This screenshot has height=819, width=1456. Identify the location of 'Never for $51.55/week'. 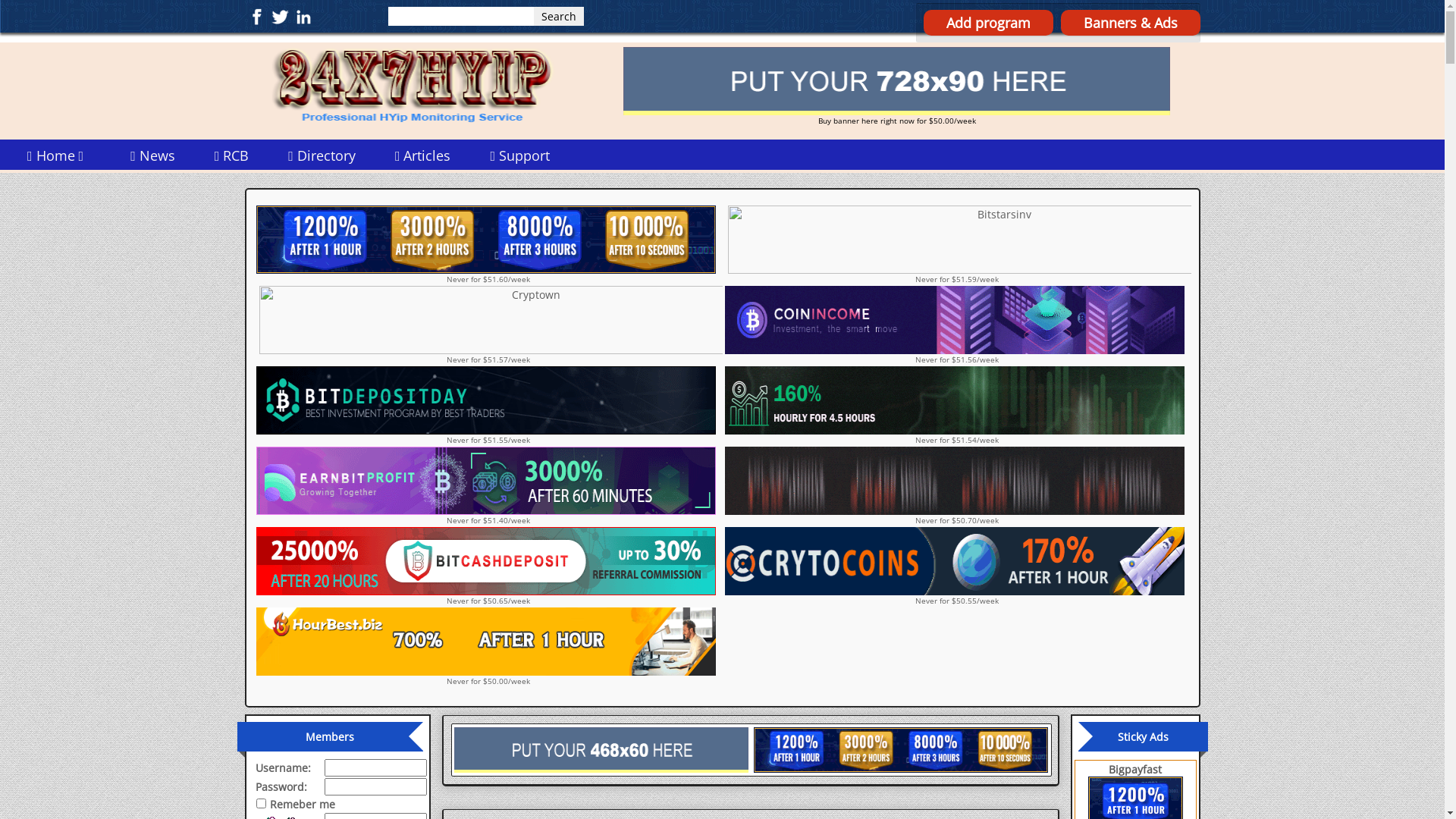
(488, 405).